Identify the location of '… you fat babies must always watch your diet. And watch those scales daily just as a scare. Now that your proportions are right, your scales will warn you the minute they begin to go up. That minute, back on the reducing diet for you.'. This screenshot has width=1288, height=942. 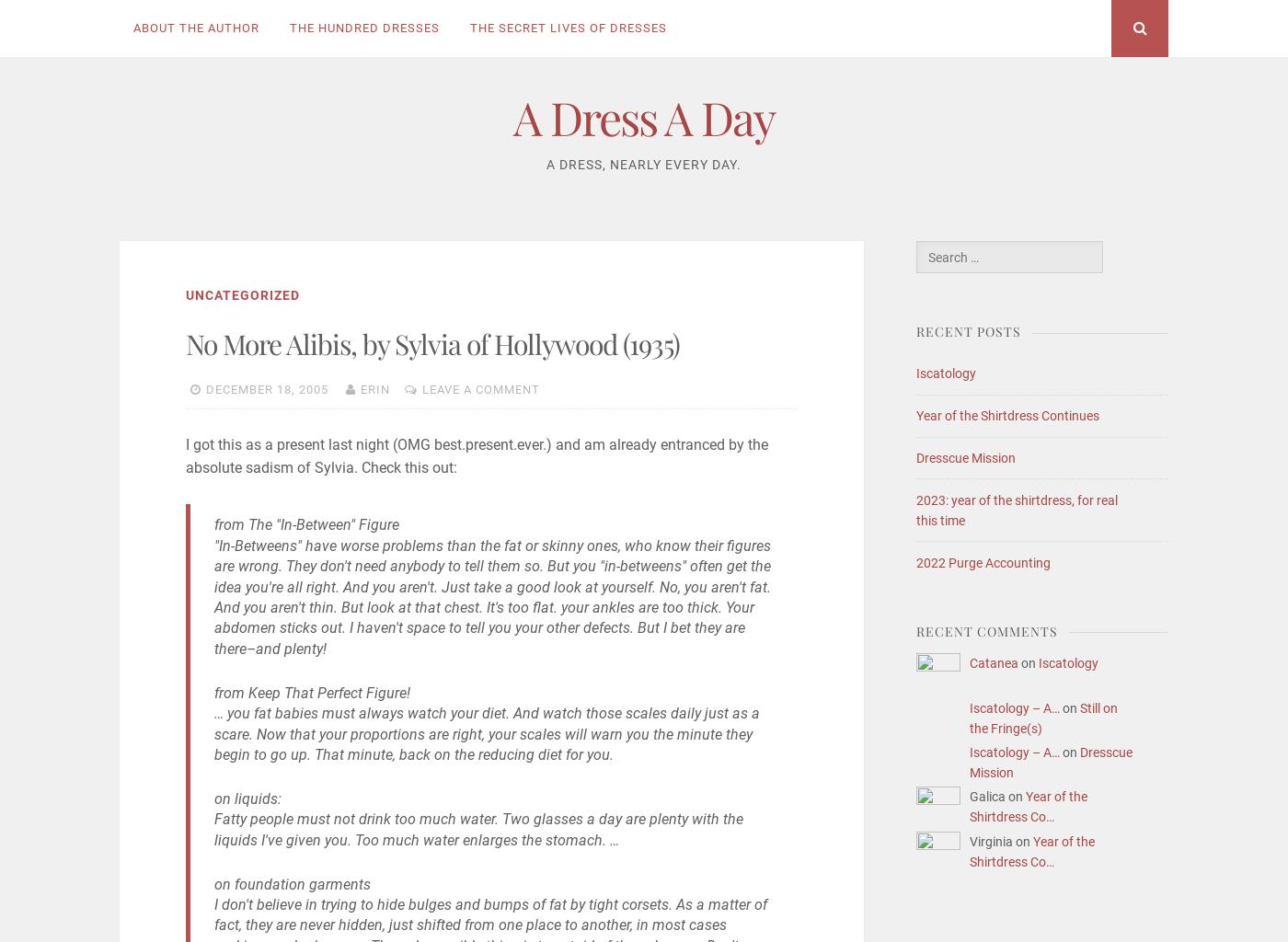
(486, 733).